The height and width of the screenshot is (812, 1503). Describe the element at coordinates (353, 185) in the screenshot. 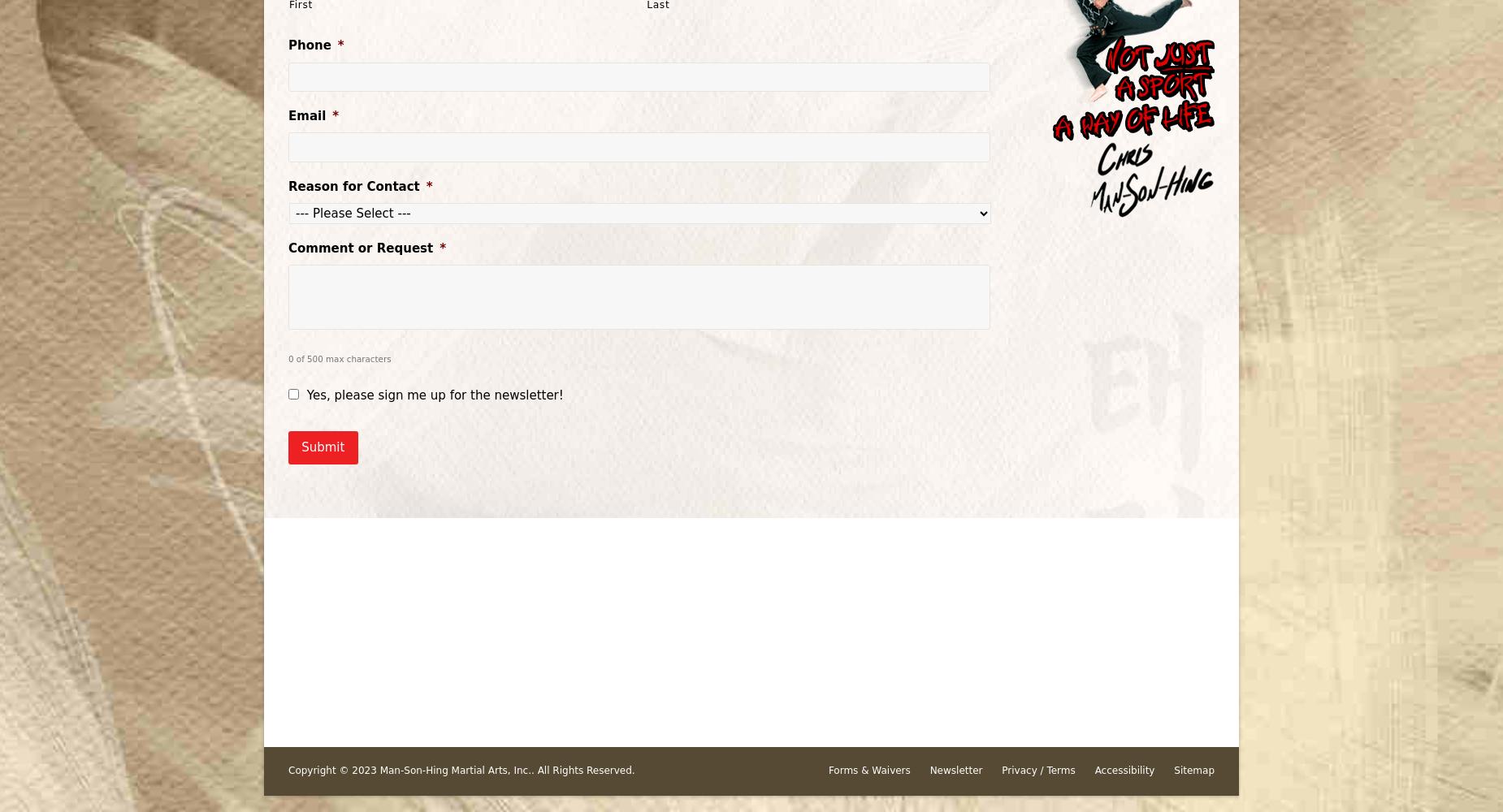

I see `'Reason for Contact'` at that location.